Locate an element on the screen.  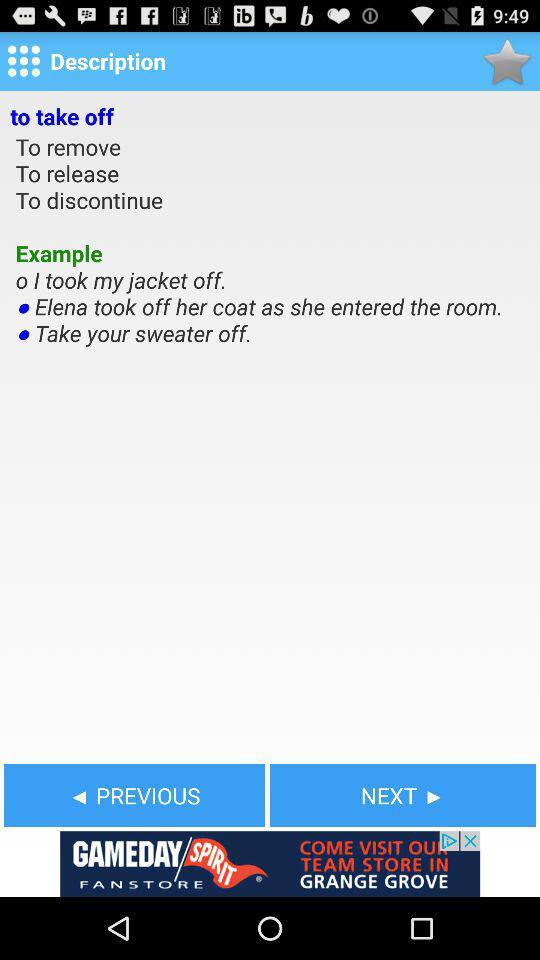
fovread is located at coordinates (507, 61).